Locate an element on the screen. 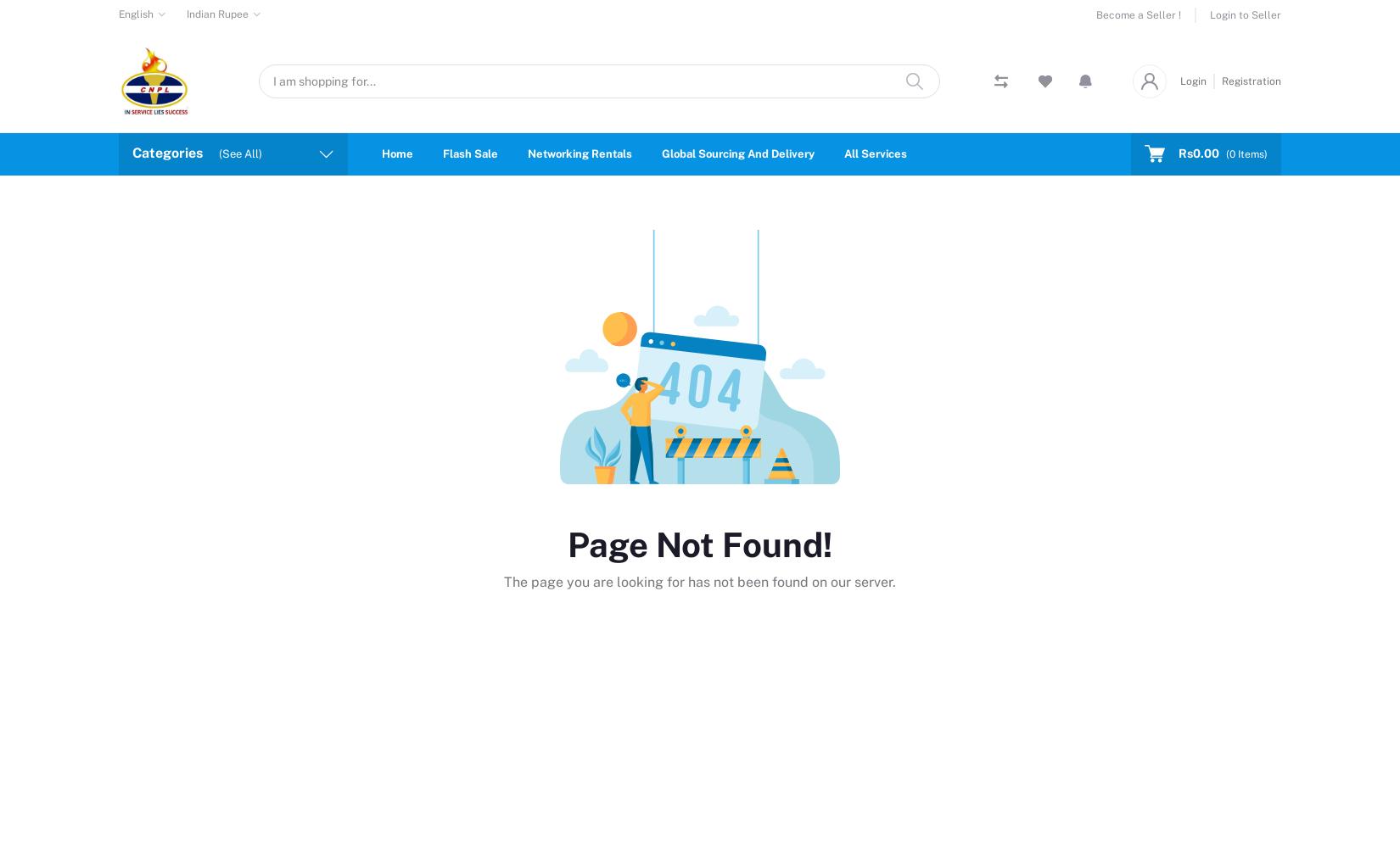  '(' is located at coordinates (1227, 153).